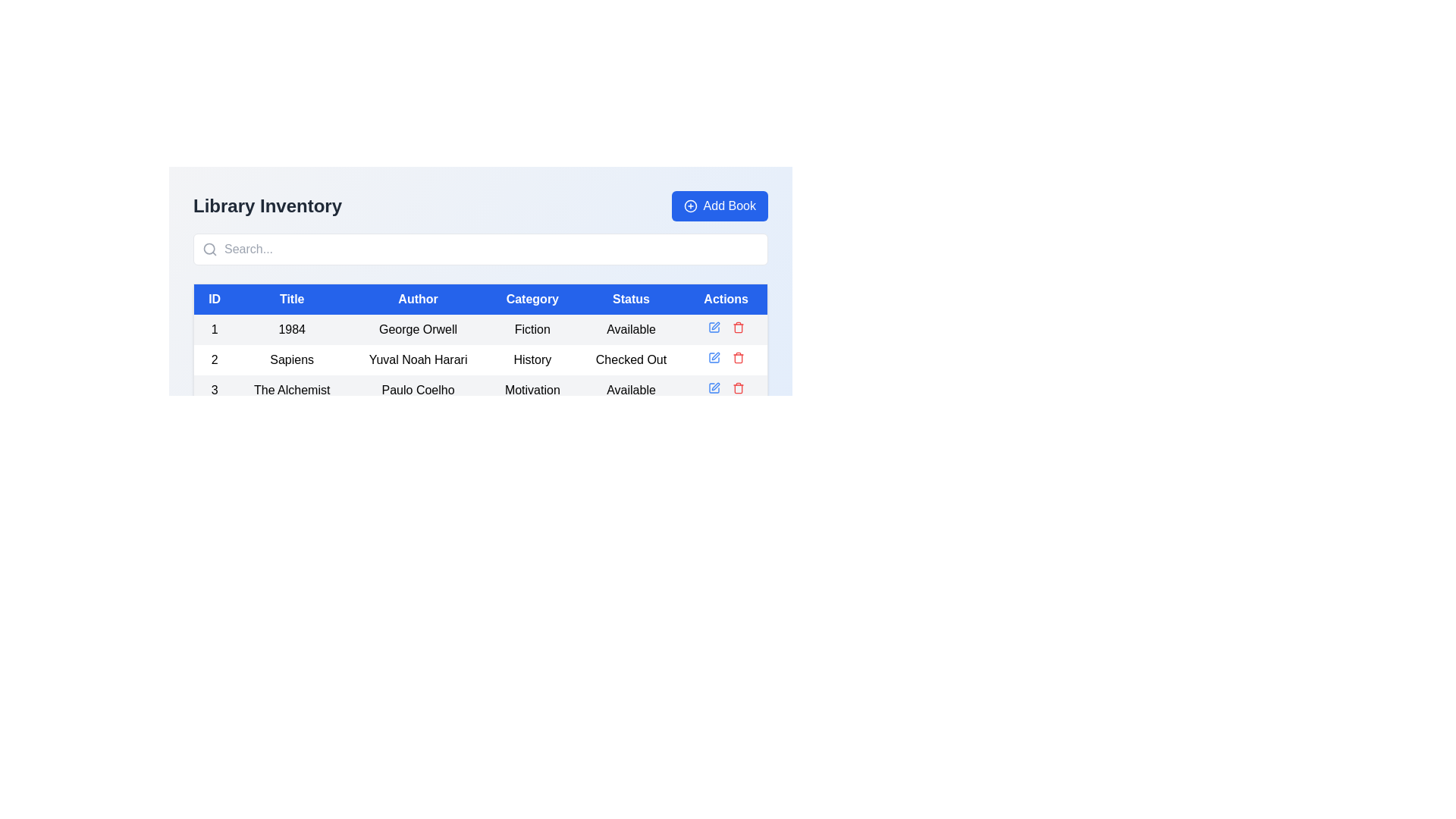 The height and width of the screenshot is (819, 1456). Describe the element at coordinates (631, 329) in the screenshot. I see `the 'Available' text label located in the fifth column of the first data row under the 'Status' header` at that location.